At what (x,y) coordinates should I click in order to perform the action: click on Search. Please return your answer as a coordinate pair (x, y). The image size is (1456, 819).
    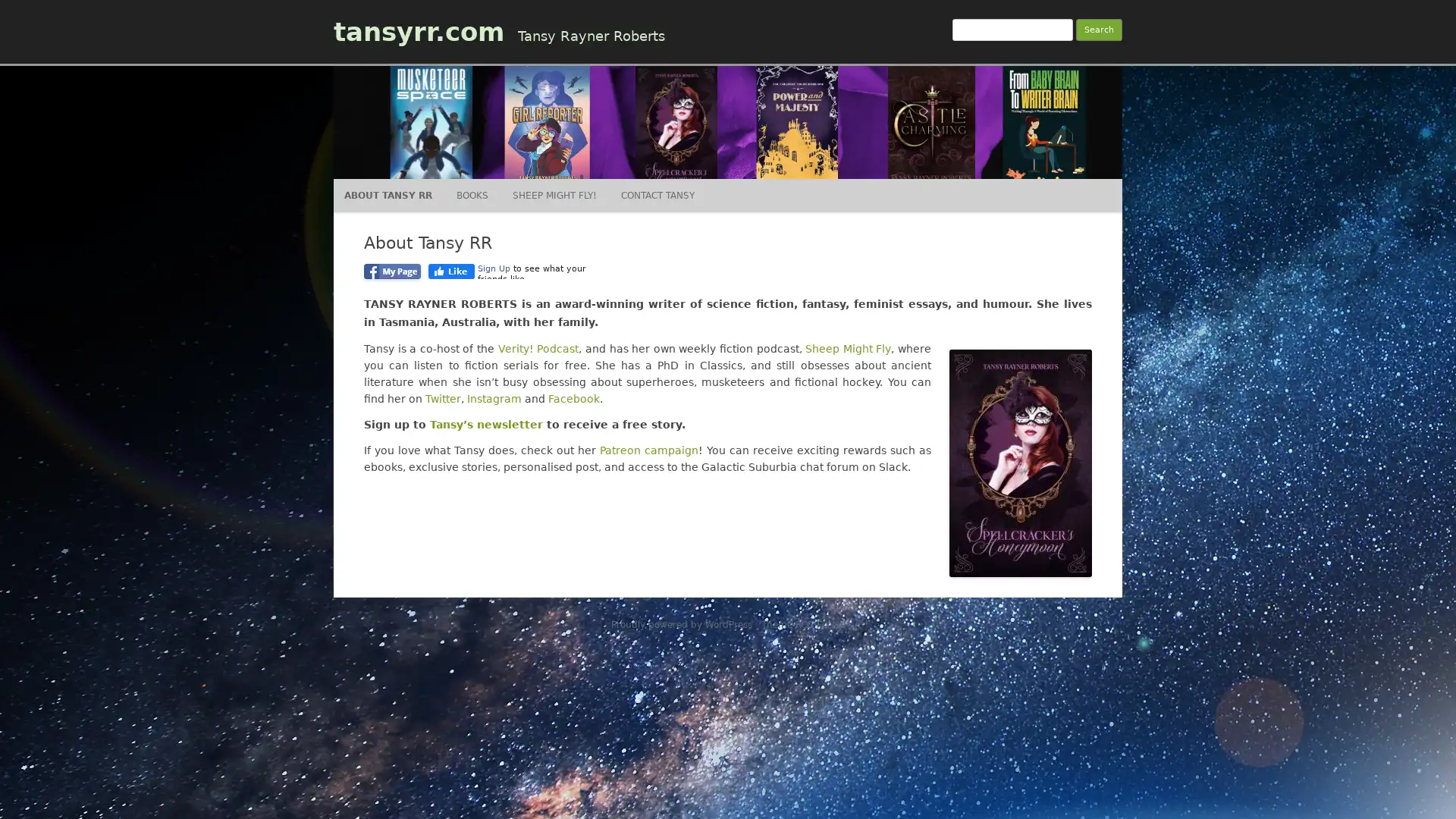
    Looking at the image, I should click on (1099, 30).